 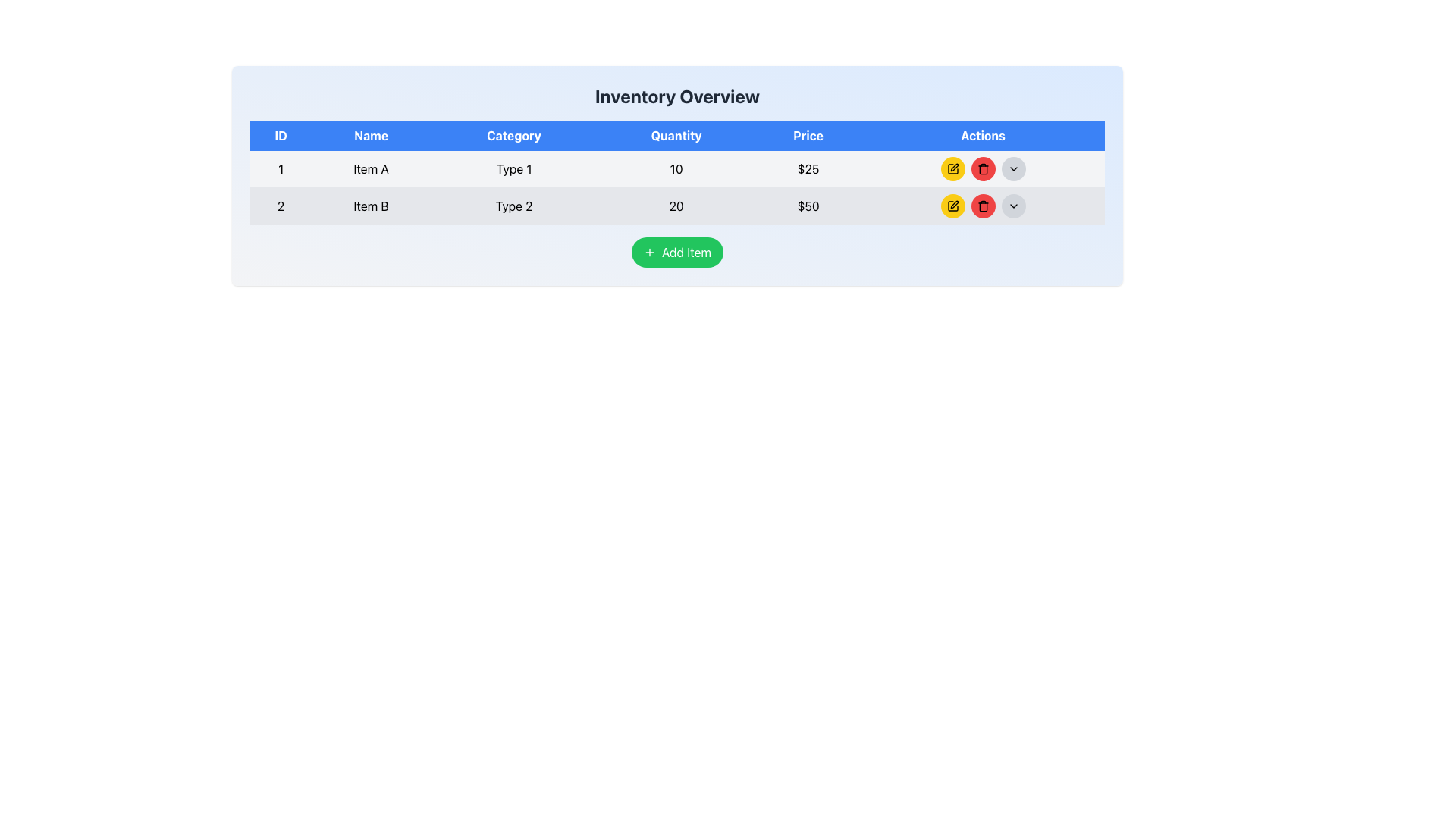 I want to click on the circular dropdown button with a light gray background and a downward-pointing chevron icon located in the 'Actions' column of the second row of the data table, so click(x=1012, y=206).